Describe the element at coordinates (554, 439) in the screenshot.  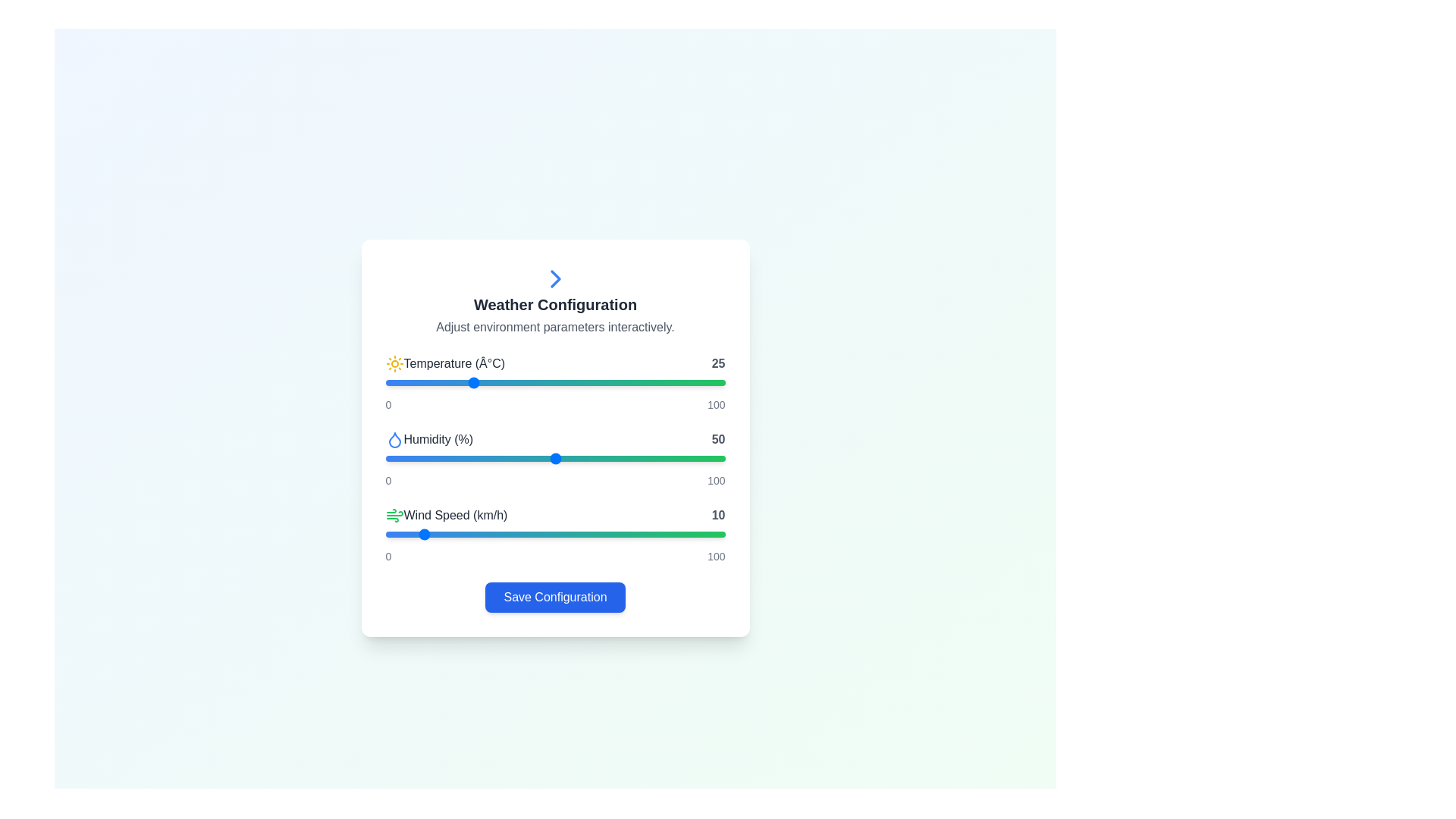
I see `the 'Humidity (%)' informational display element that shows the current value of '50' in the 'Weather Configuration' panel` at that location.